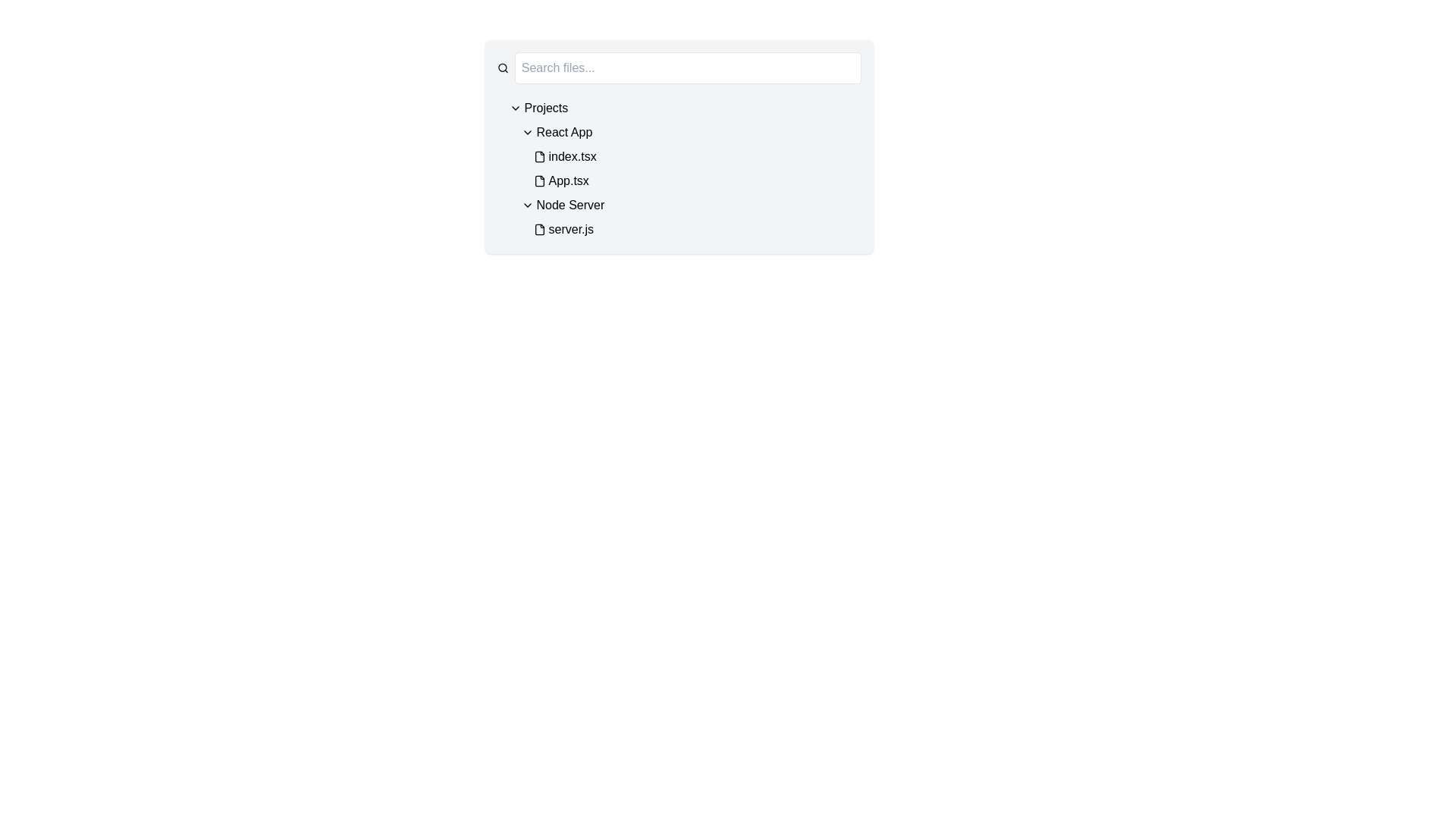 The image size is (1456, 819). I want to click on the 'React App' selectable menu item, so click(563, 131).